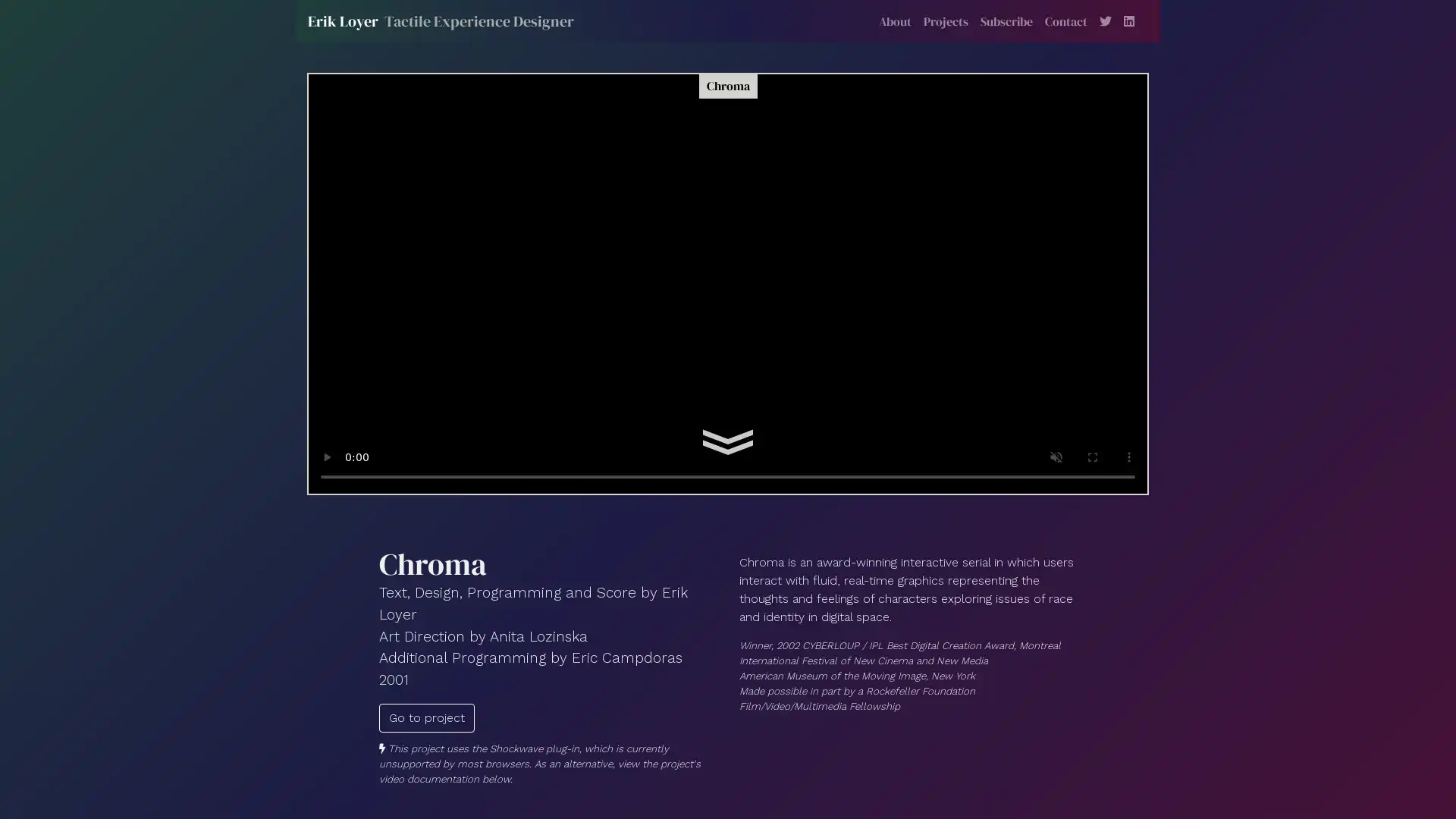 The image size is (1456, 819). What do you see at coordinates (425, 717) in the screenshot?
I see `Go to project` at bounding box center [425, 717].